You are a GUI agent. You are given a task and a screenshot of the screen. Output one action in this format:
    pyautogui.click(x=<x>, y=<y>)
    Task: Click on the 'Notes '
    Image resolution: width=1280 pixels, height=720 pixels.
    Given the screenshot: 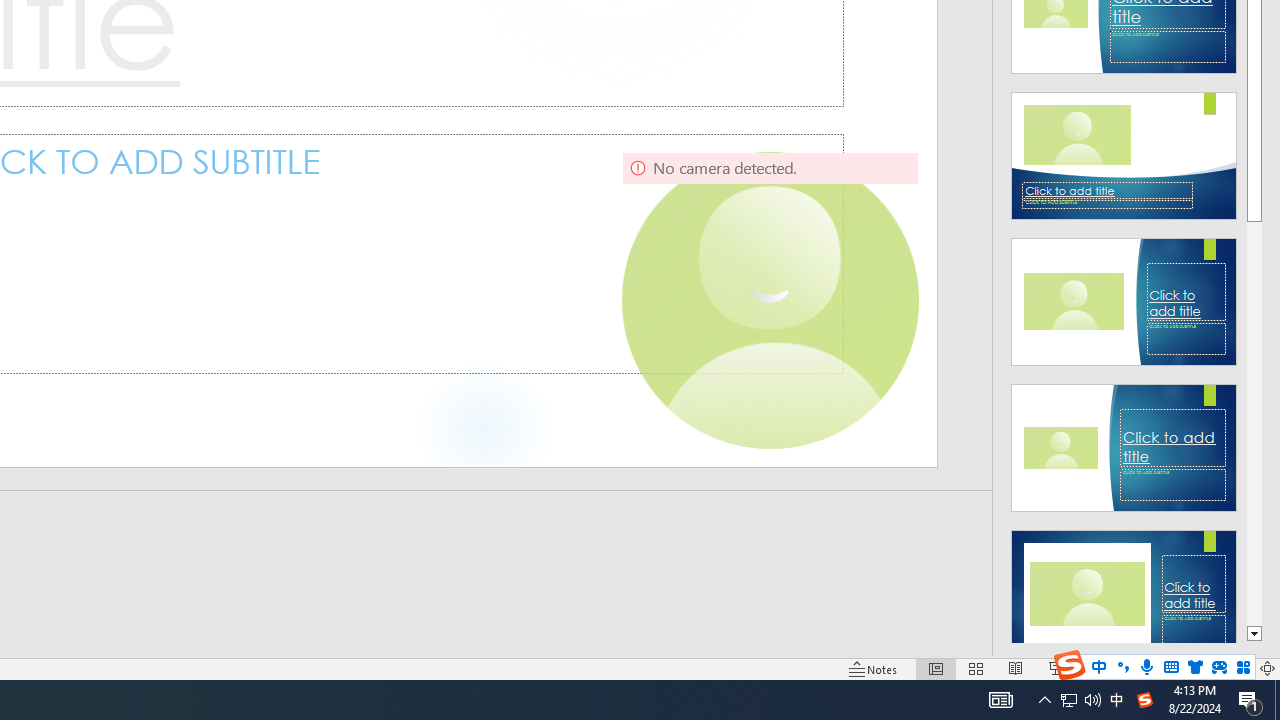 What is the action you would take?
    pyautogui.click(x=874, y=669)
    